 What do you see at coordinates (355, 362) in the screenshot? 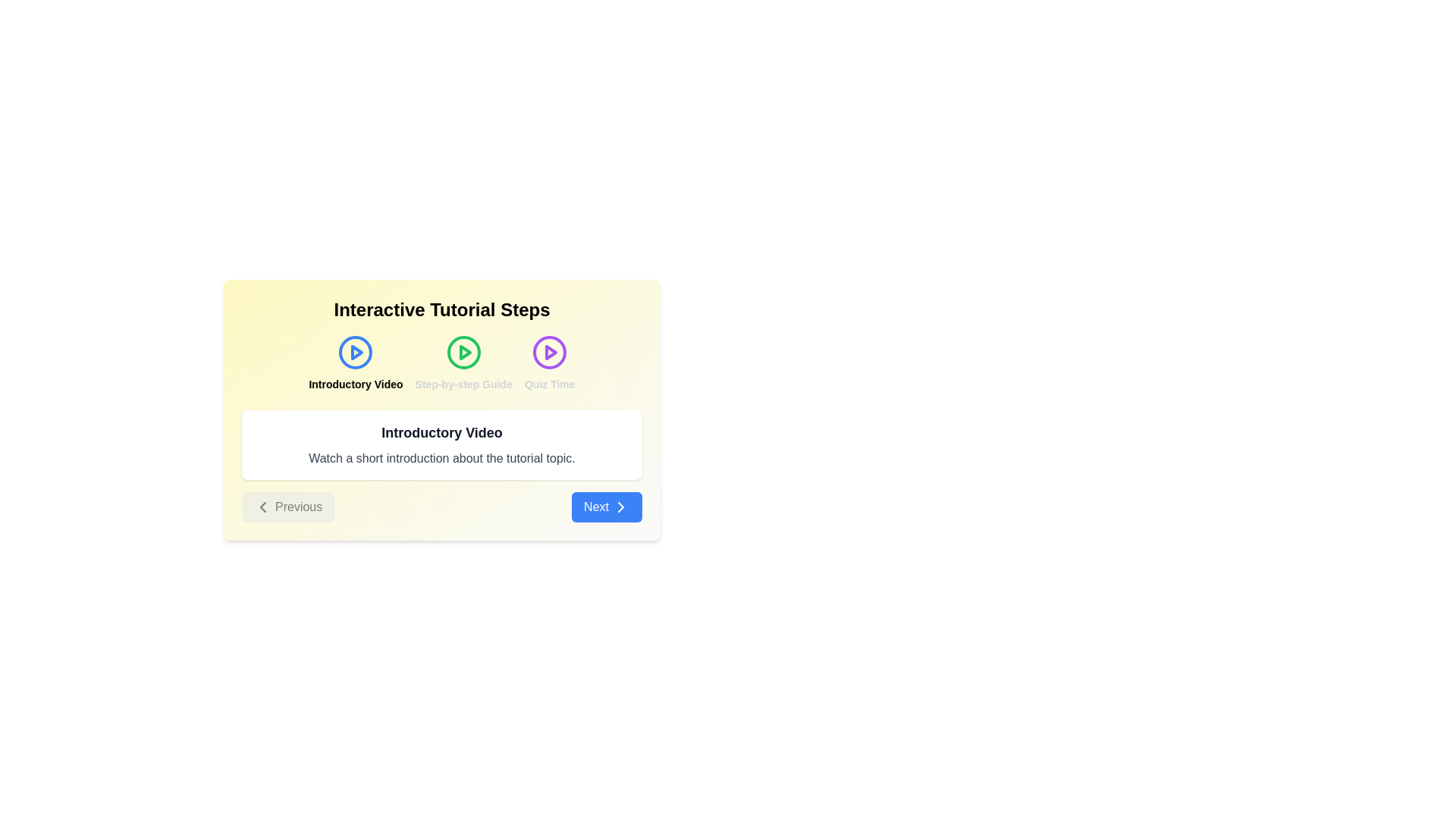
I see `the step titled Introductory Video by clicking its icon` at bounding box center [355, 362].